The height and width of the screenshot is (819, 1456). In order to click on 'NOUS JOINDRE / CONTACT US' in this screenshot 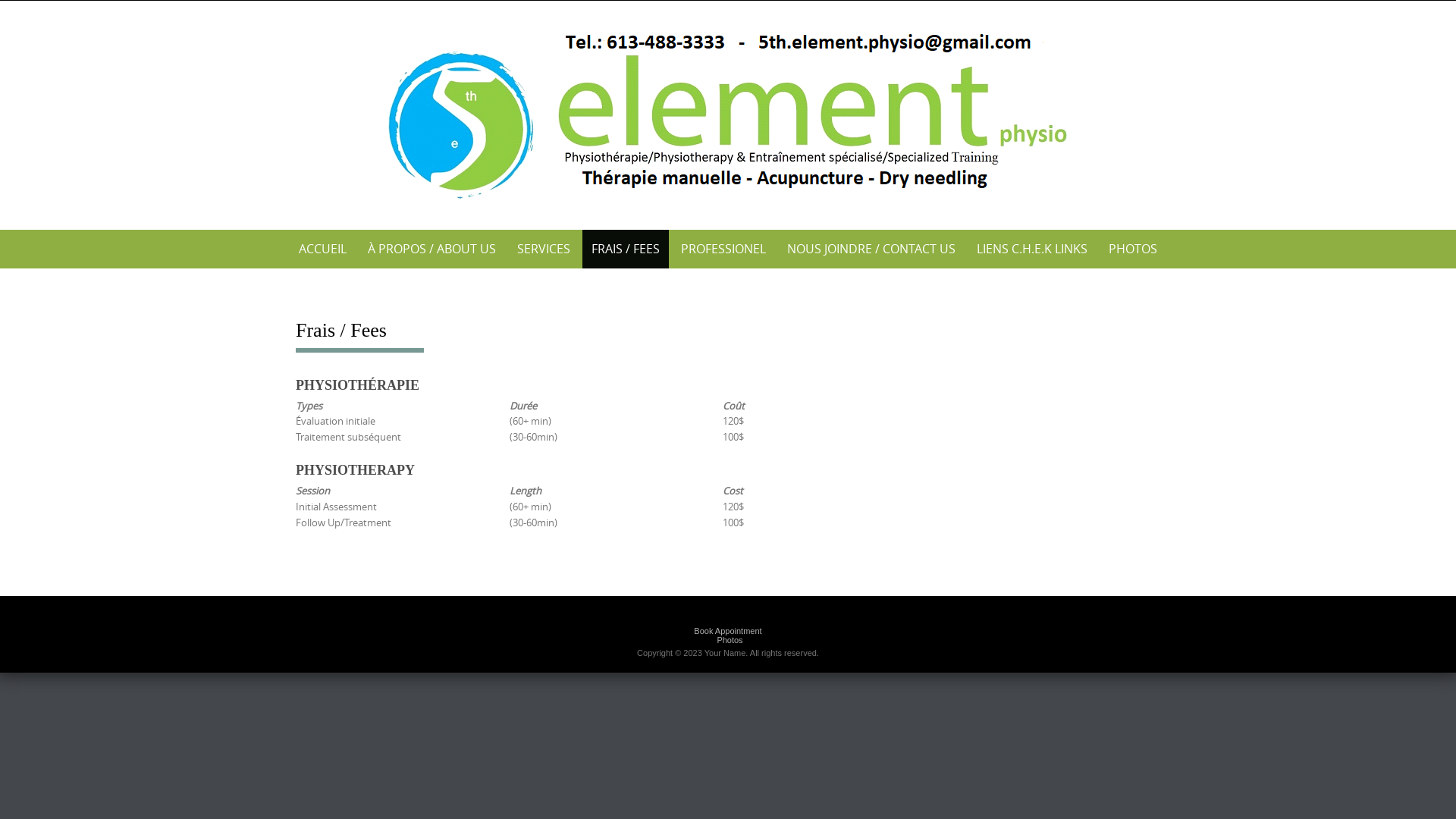, I will do `click(871, 248)`.